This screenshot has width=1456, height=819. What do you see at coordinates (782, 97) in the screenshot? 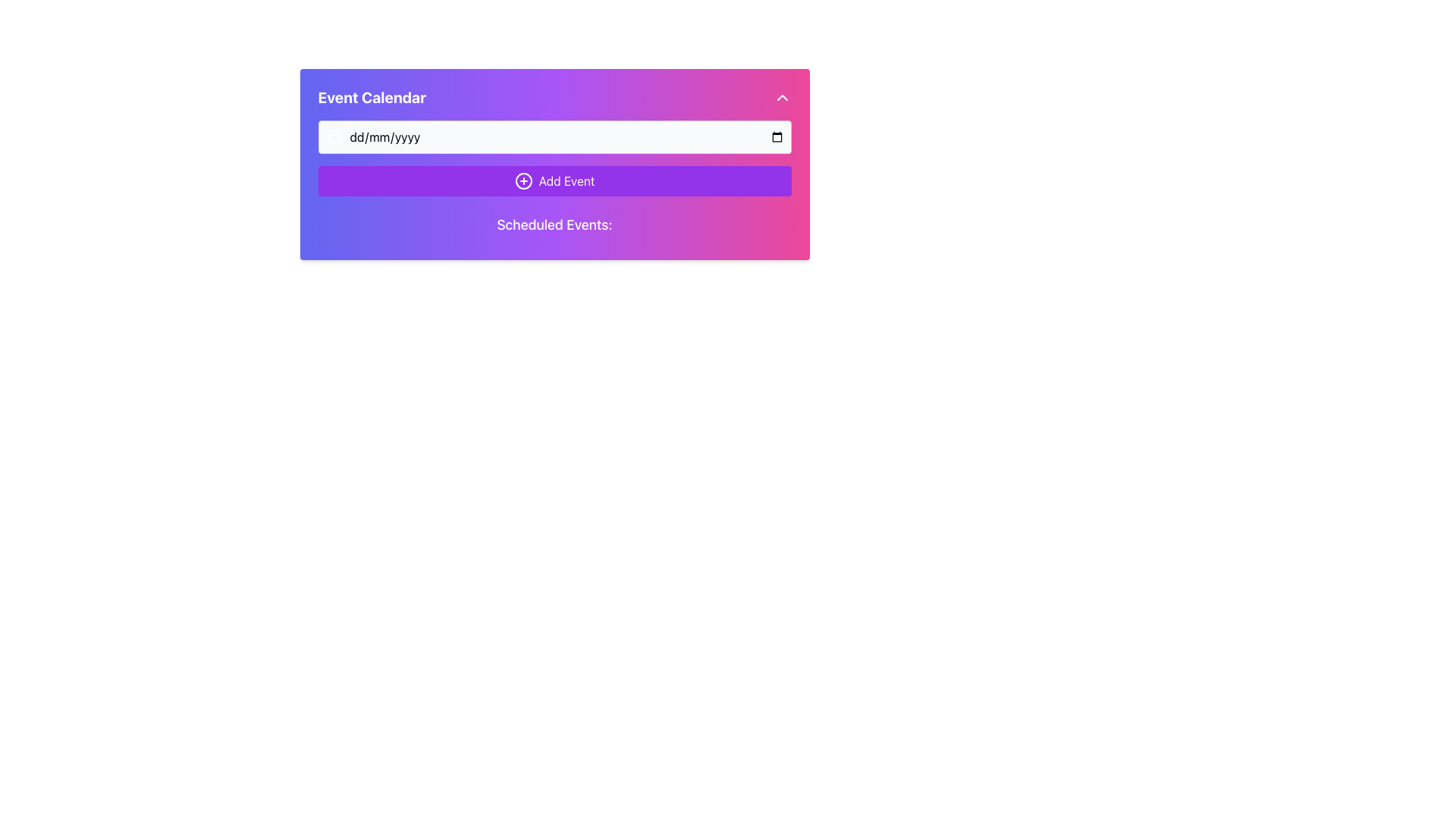
I see `the small triangular upward-pointing chevron button with a white outline on a pink background located at the top-right corner of the 'Event Calendar' section` at bounding box center [782, 97].